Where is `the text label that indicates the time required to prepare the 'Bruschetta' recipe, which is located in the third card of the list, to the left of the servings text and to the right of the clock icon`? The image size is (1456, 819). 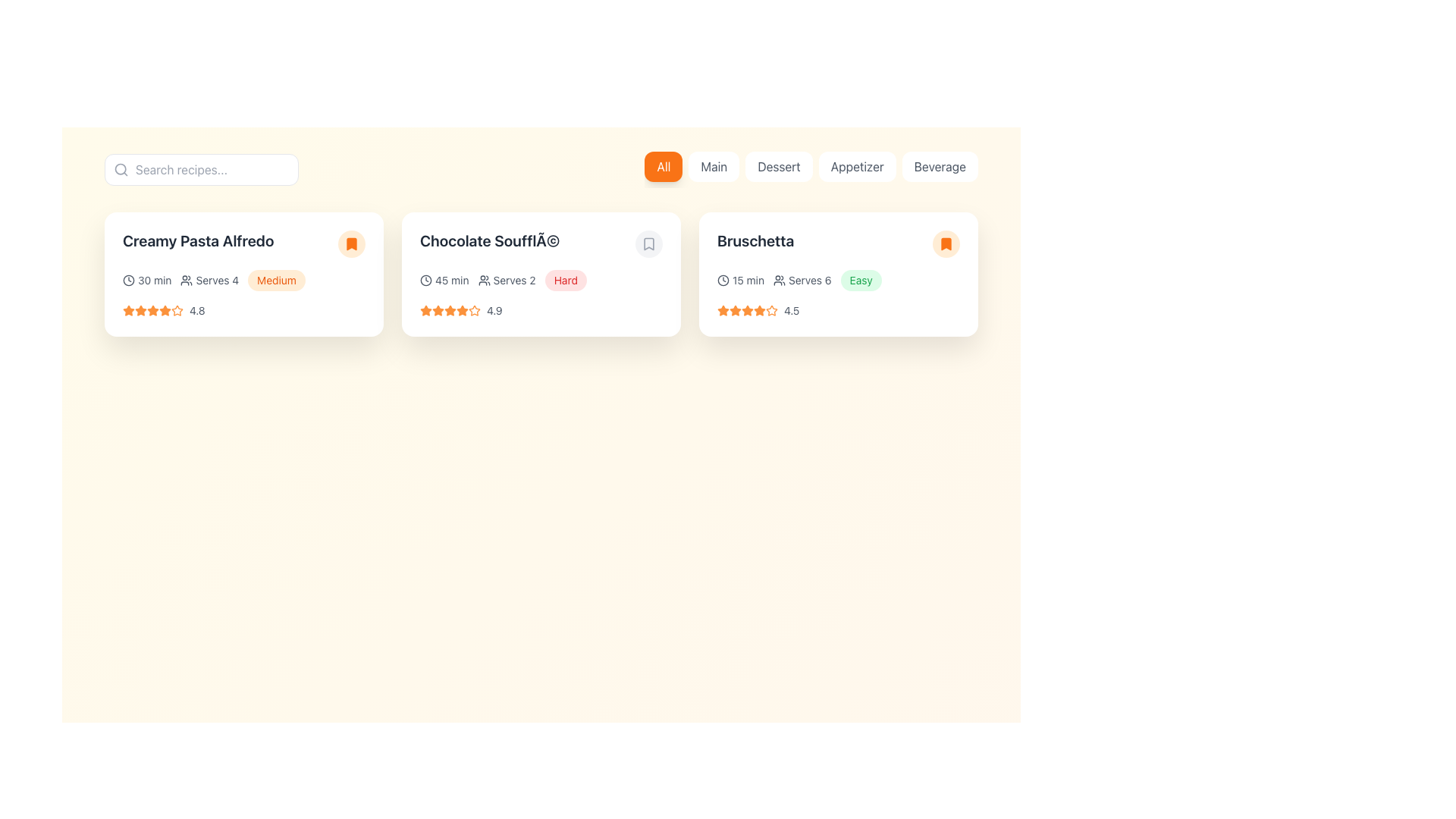
the text label that indicates the time required to prepare the 'Bruschetta' recipe, which is located in the third card of the list, to the left of the servings text and to the right of the clock icon is located at coordinates (748, 281).